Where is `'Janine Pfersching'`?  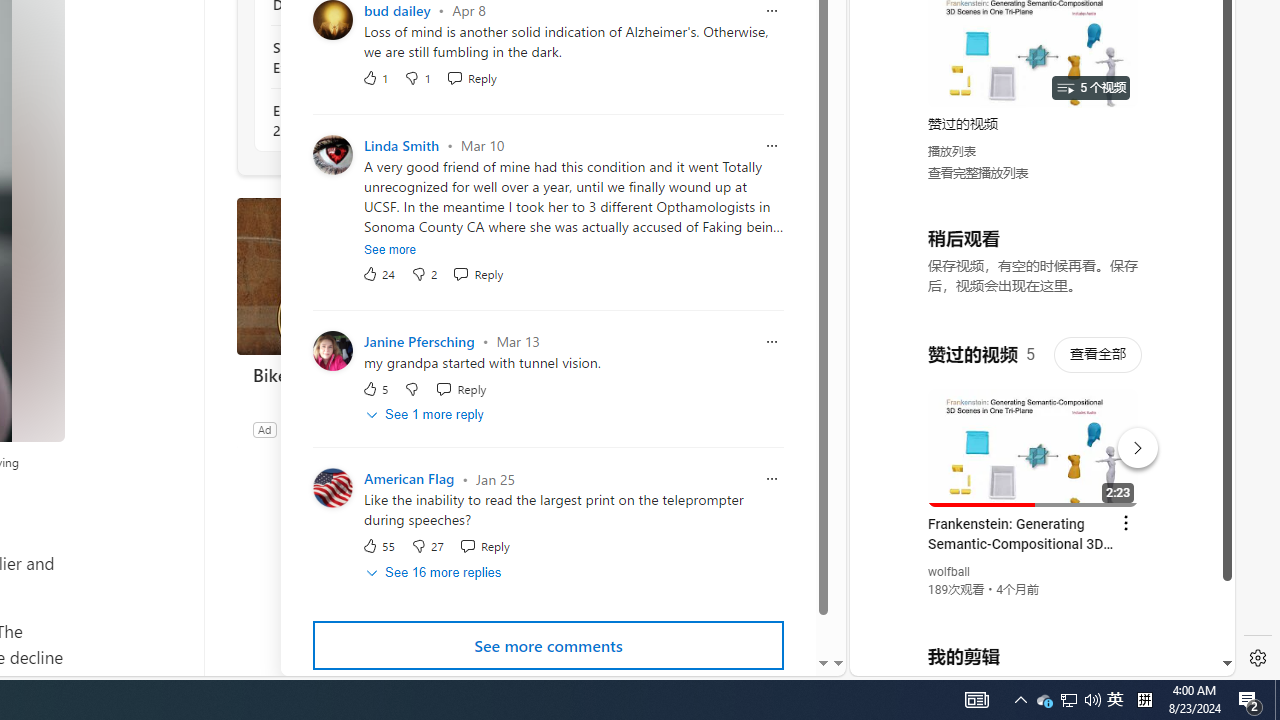 'Janine Pfersching' is located at coordinates (418, 340).